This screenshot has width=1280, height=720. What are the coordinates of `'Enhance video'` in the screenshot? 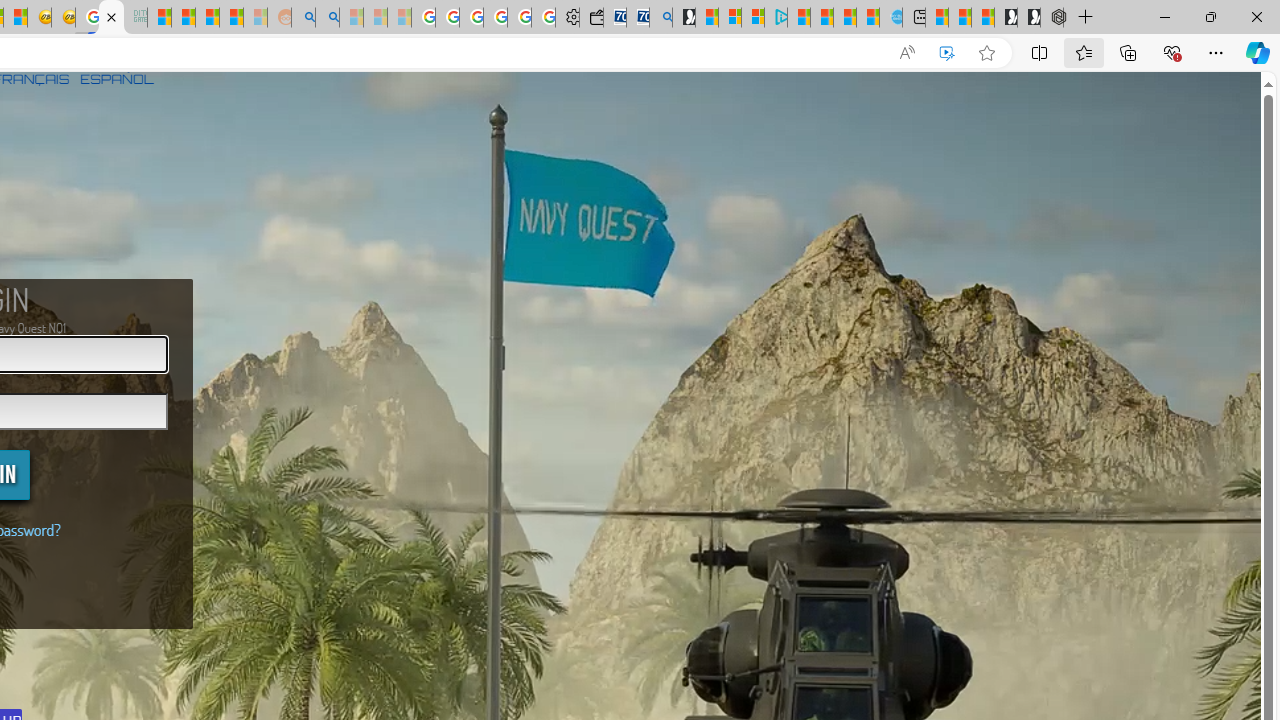 It's located at (945, 52).